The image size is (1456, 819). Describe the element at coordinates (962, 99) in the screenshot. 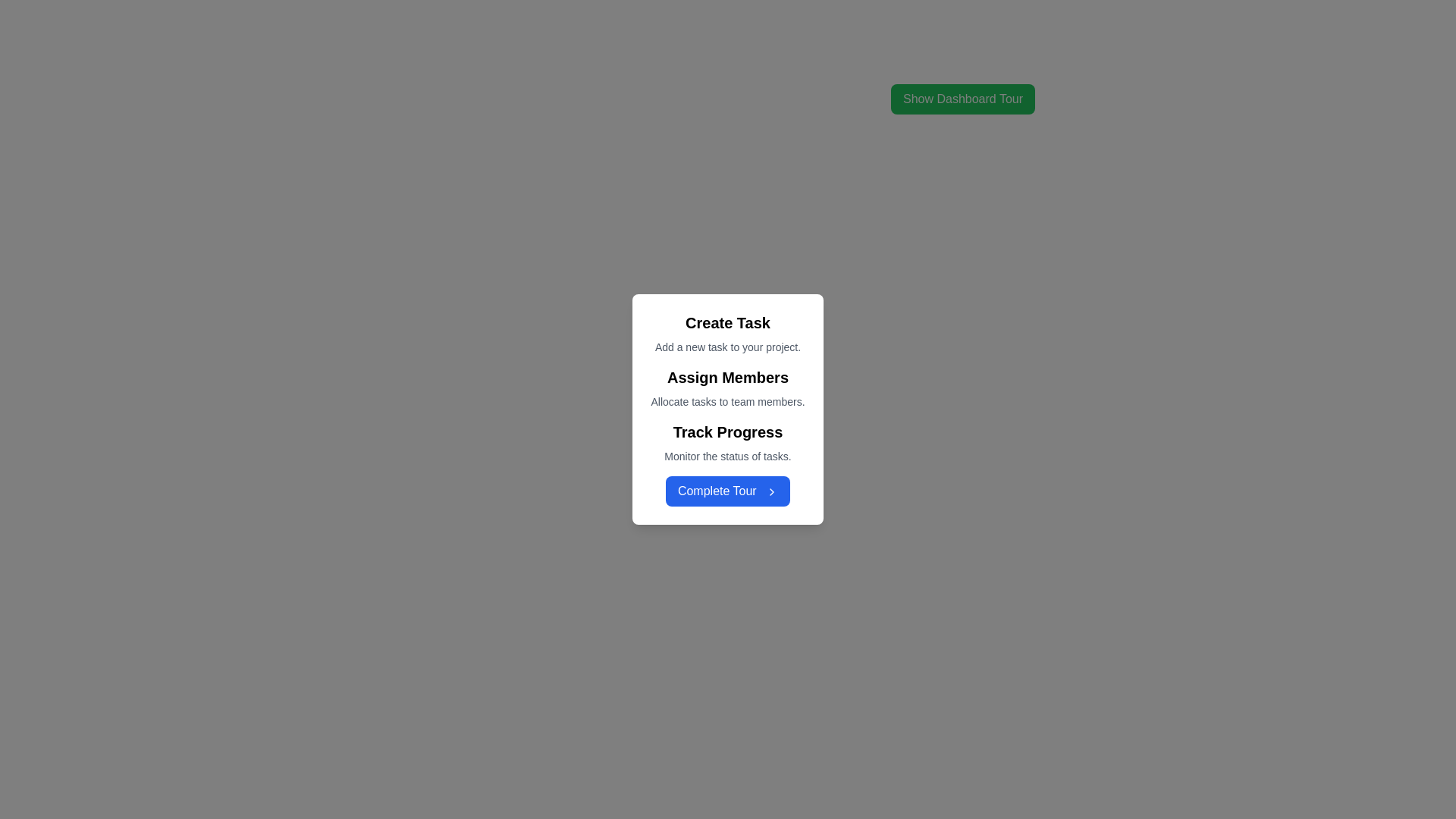

I see `the green rectangular button labeled 'Show Dashboard Tour' to initiate the dashboard tour` at that location.